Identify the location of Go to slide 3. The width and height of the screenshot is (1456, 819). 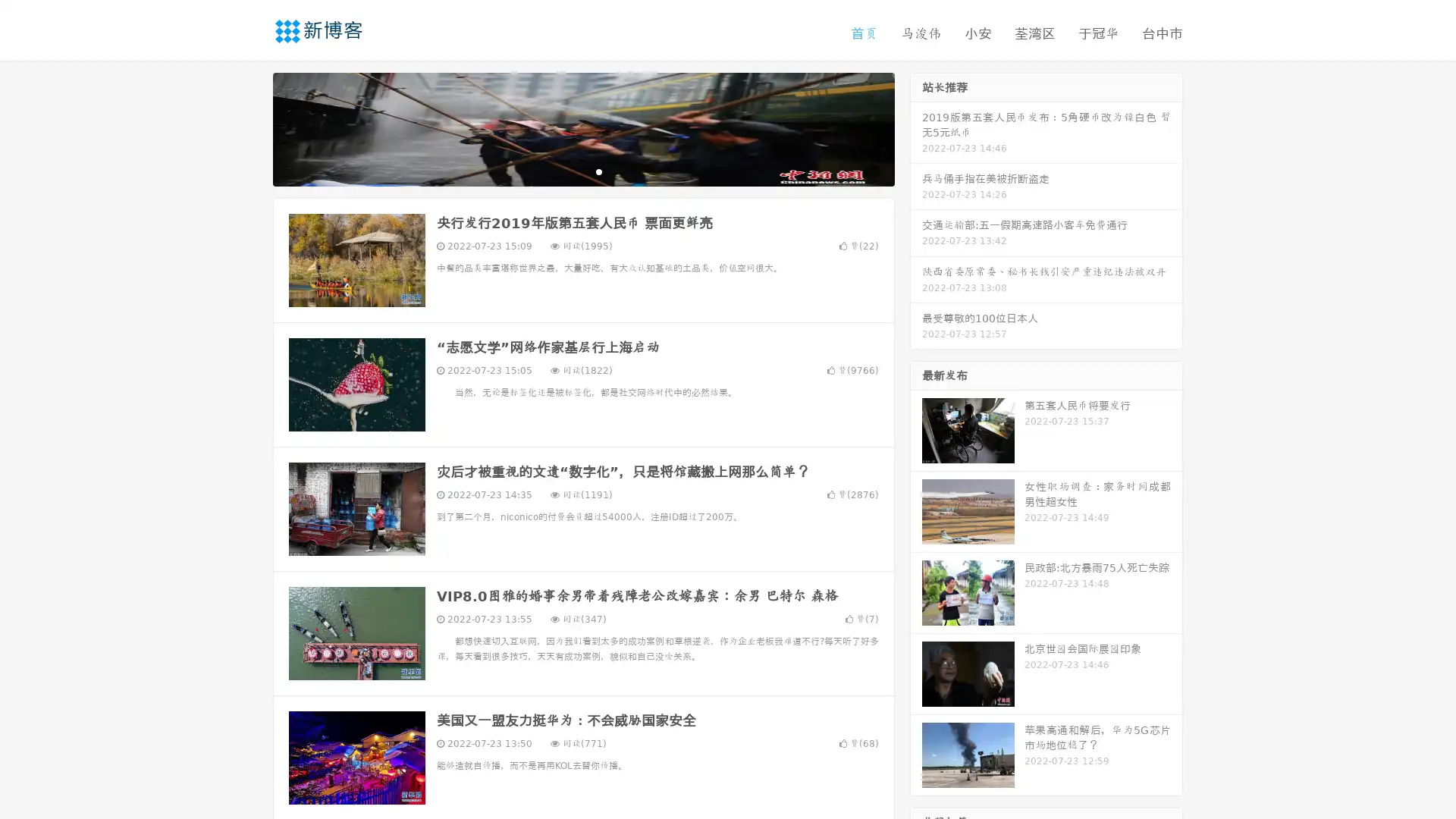
(598, 171).